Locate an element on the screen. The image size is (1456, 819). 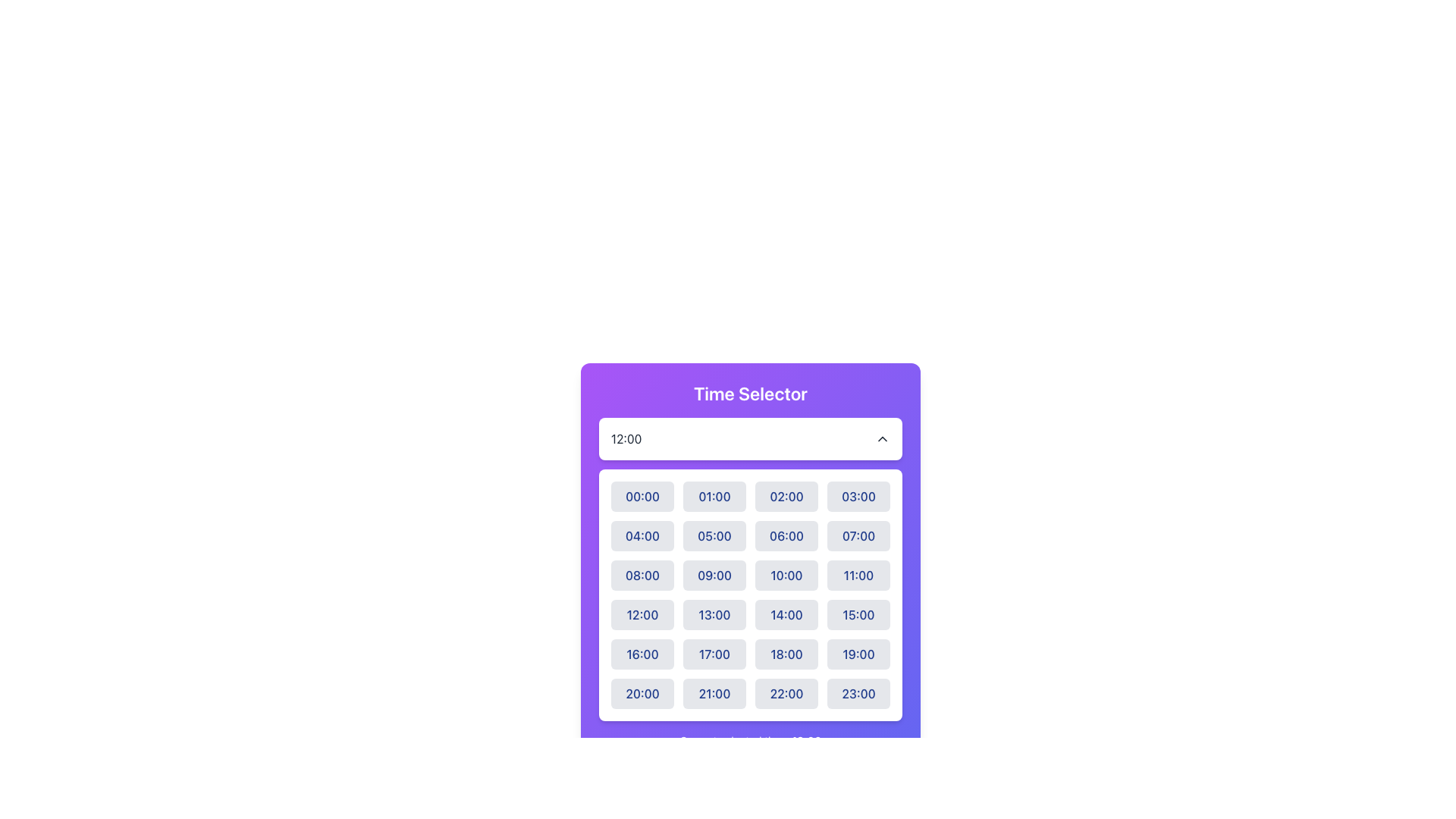
the button labeled '10:00', which is a rectangular button with rounded corners and a light gray background, located in the third row and third column of the grid is located at coordinates (786, 576).